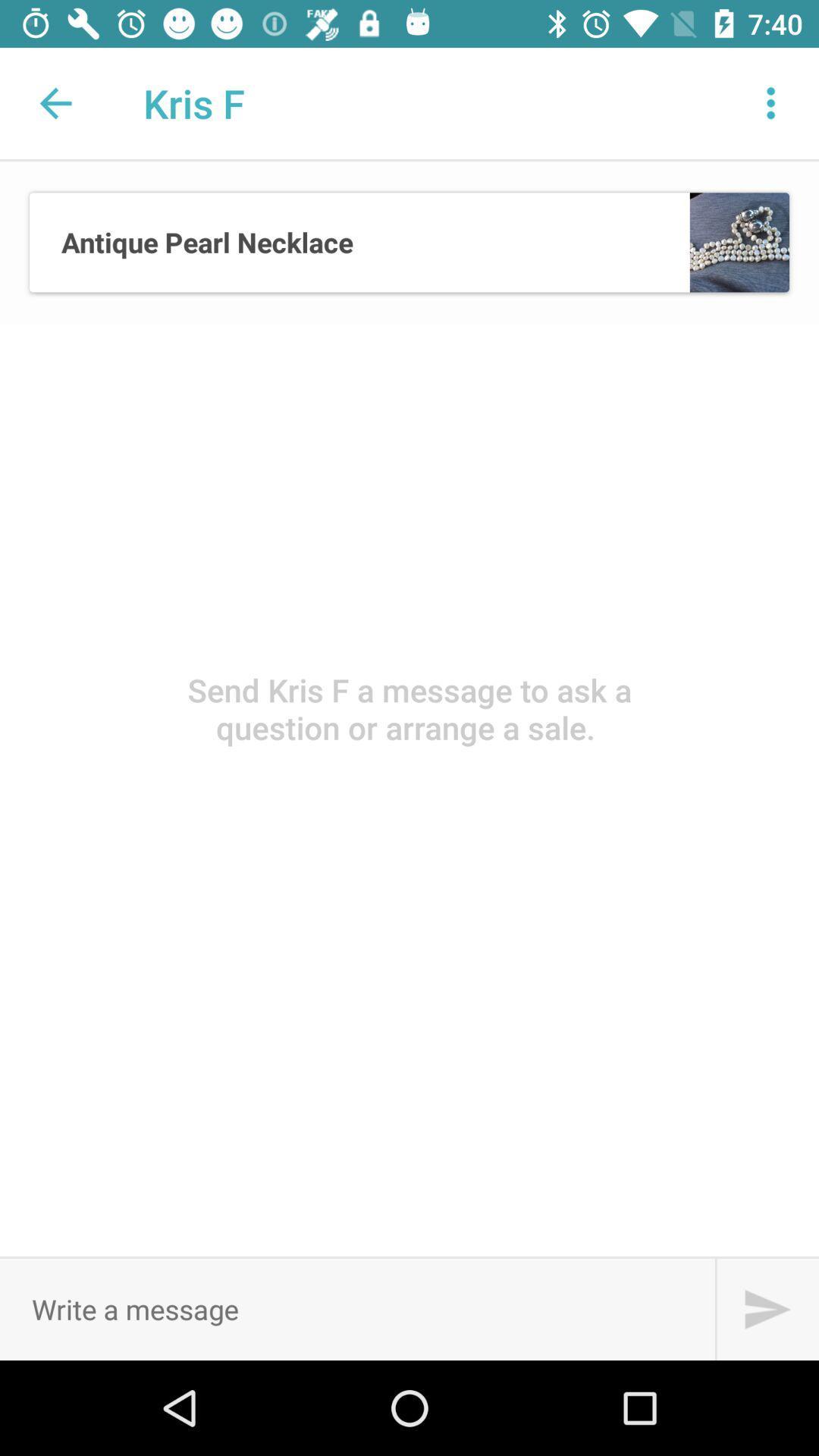  I want to click on item to the left of the kris f, so click(55, 102).